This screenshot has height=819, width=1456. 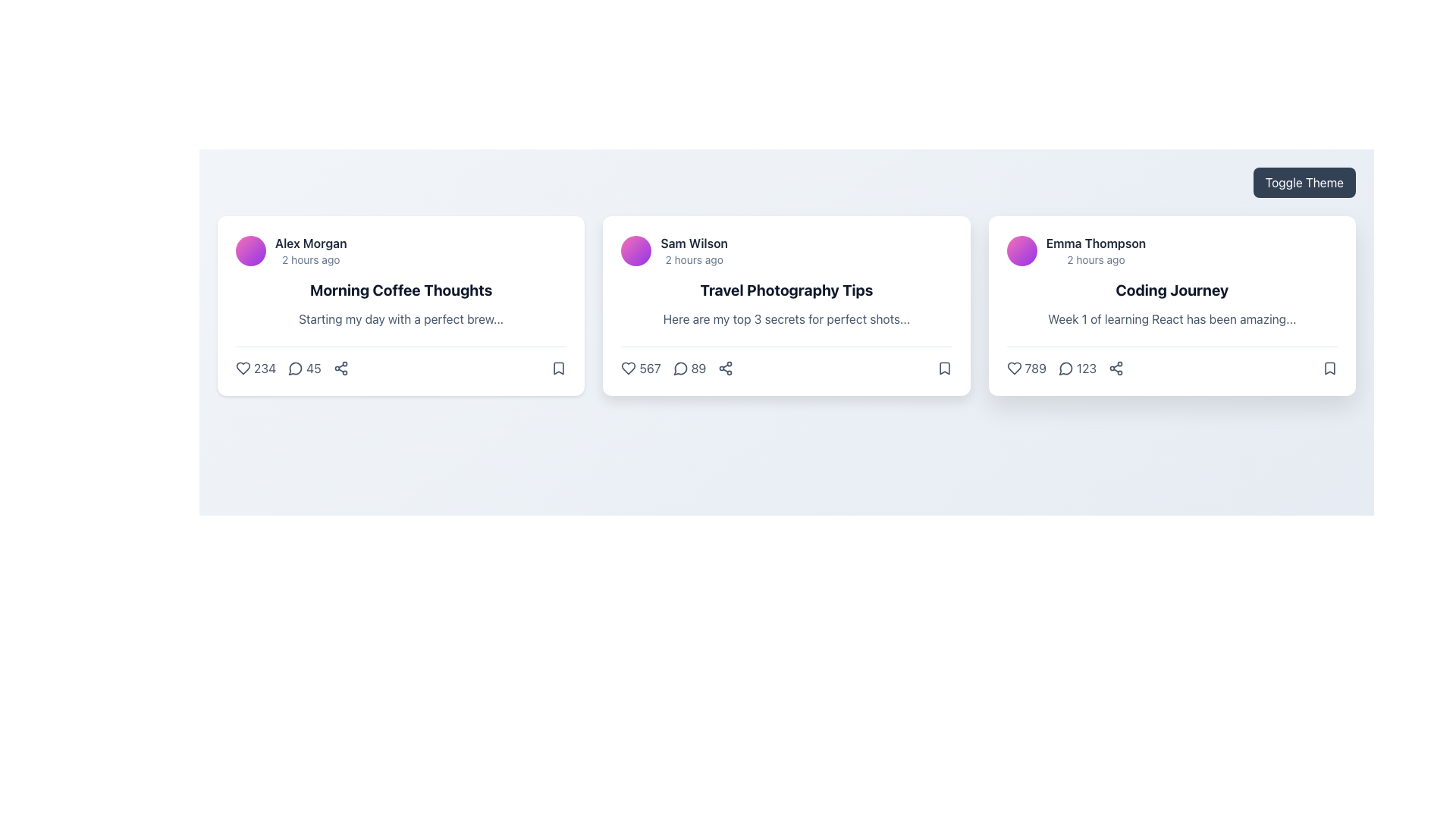 I want to click on the bold text element reading 'Travel Photography Tips' located in the second card of three, positioned below the author name and time, and above a descriptive text, so click(x=786, y=290).